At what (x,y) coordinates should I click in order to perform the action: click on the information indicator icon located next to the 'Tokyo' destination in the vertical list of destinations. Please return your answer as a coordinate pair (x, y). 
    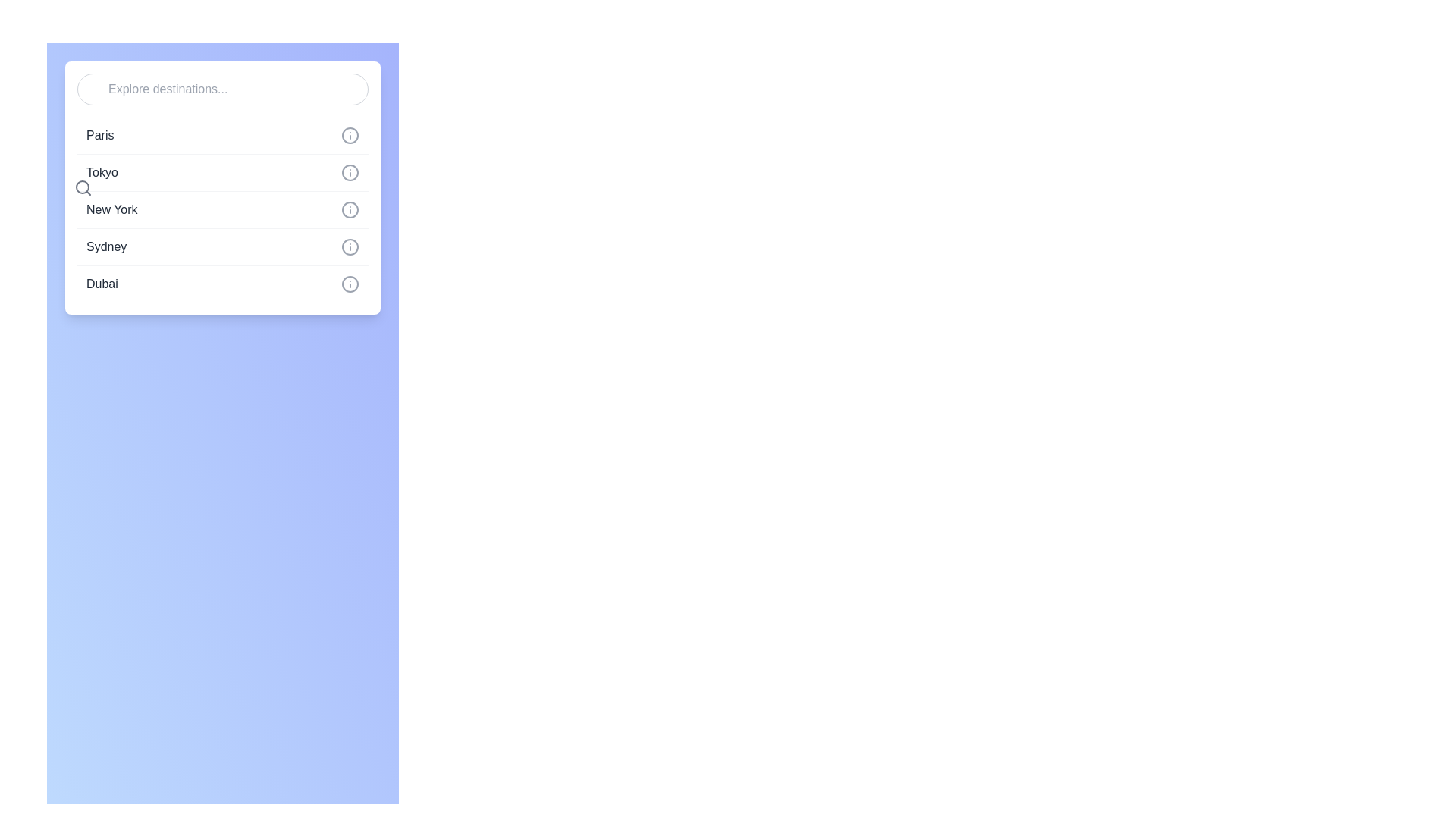
    Looking at the image, I should click on (349, 171).